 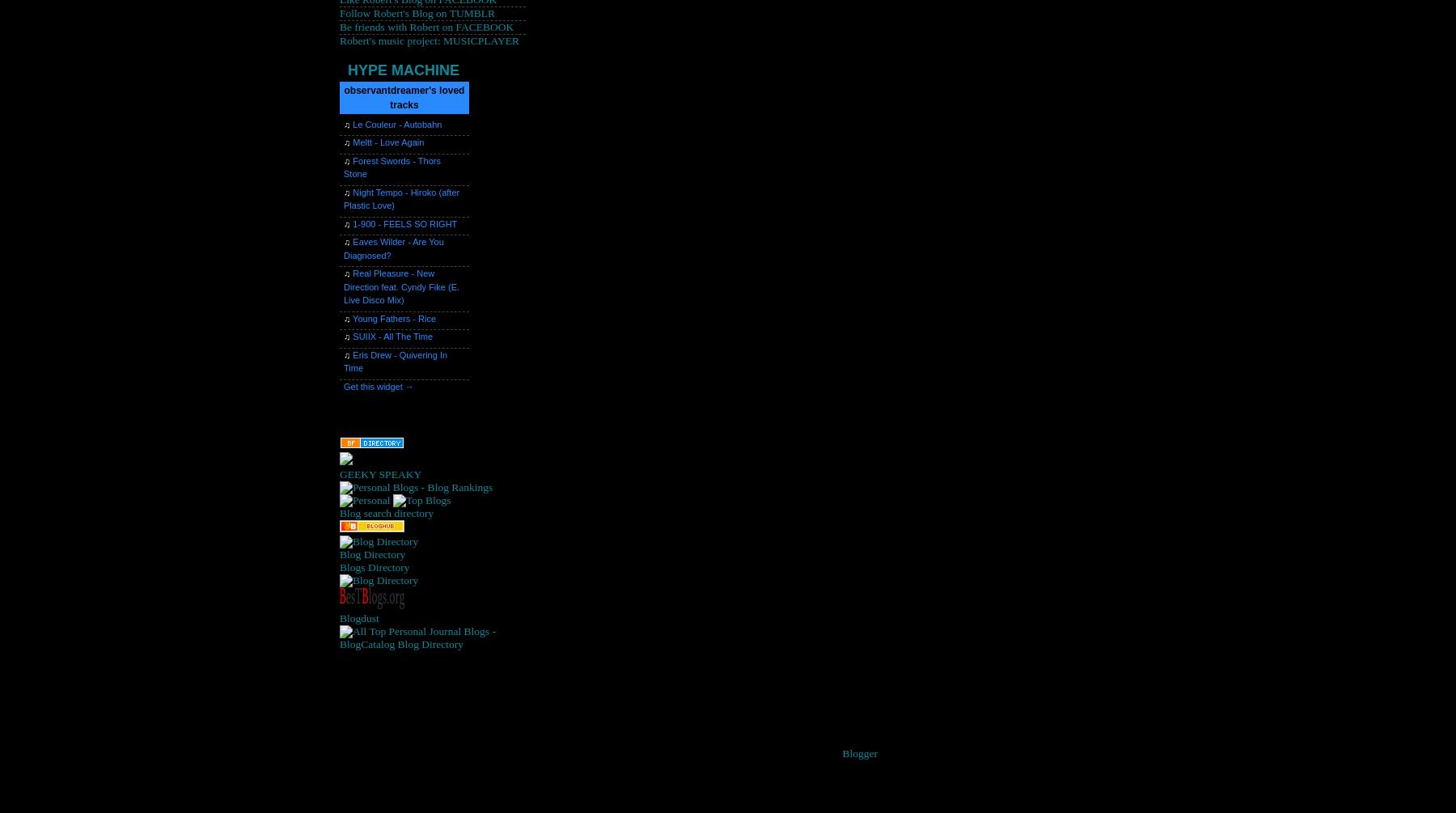 What do you see at coordinates (403, 96) in the screenshot?
I see `'observantdreamer's loved tracks'` at bounding box center [403, 96].